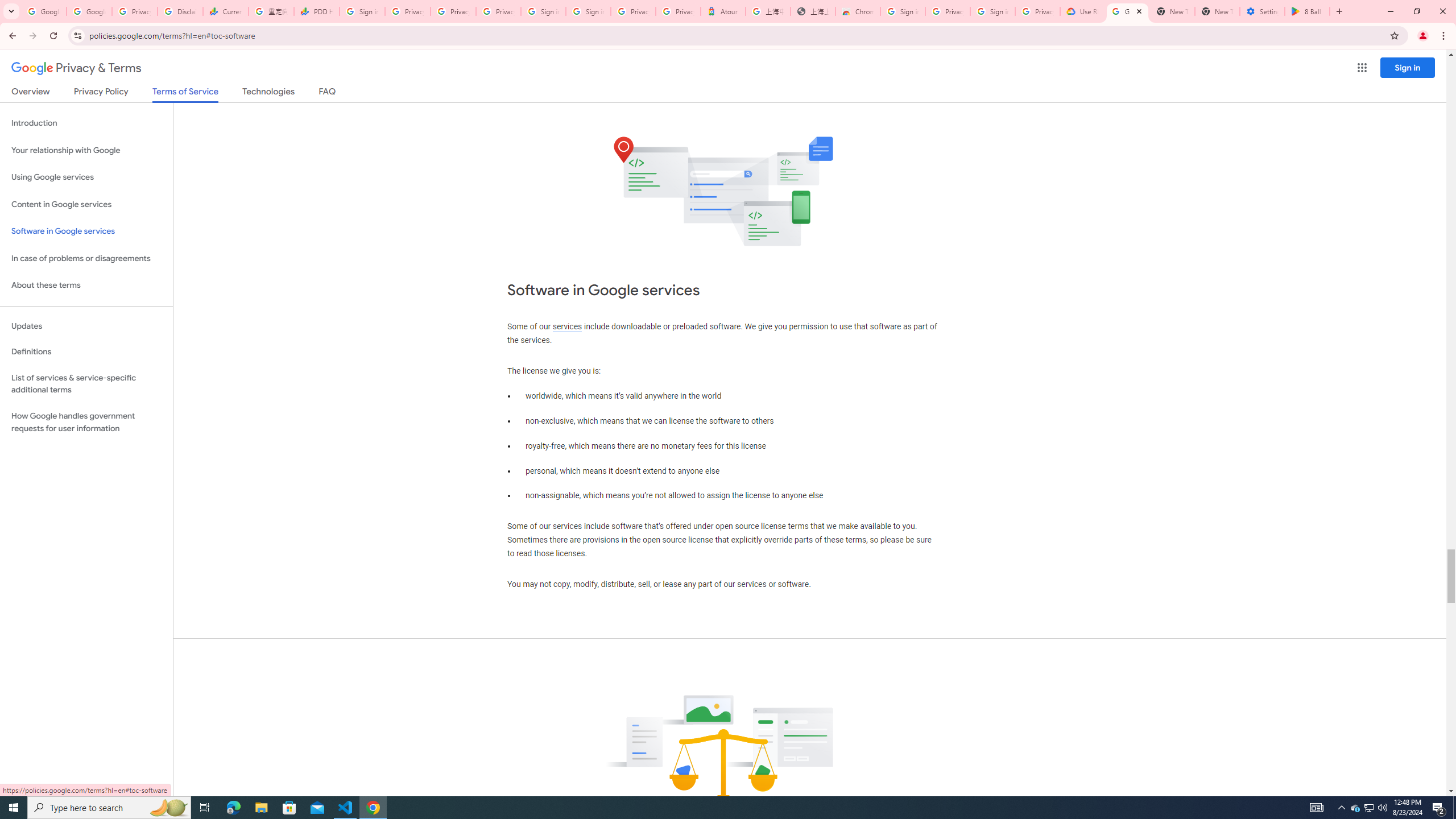  What do you see at coordinates (588, 11) in the screenshot?
I see `'Sign in - Google Accounts'` at bounding box center [588, 11].